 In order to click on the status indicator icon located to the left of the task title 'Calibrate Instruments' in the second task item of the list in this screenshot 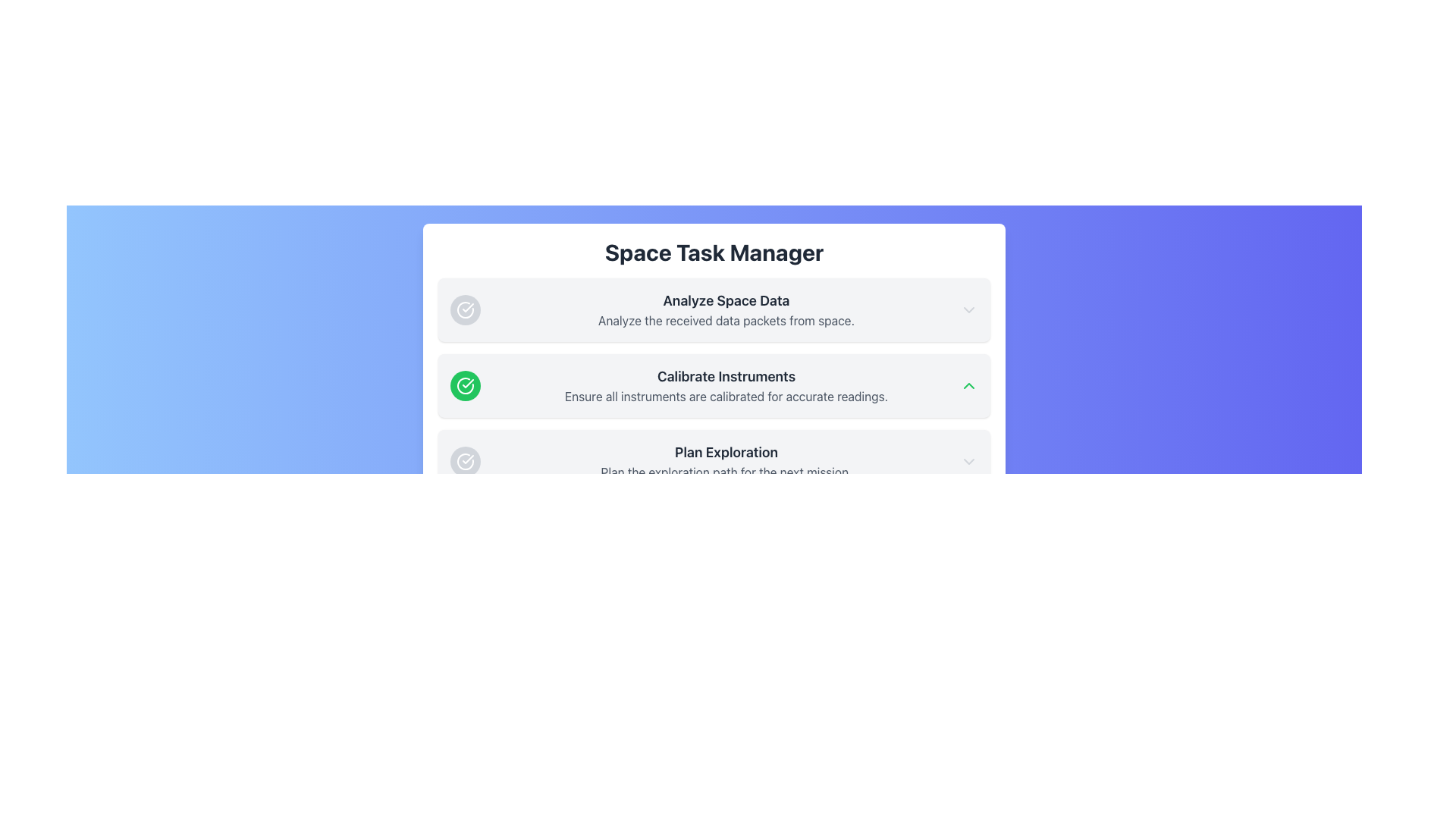, I will do `click(465, 385)`.